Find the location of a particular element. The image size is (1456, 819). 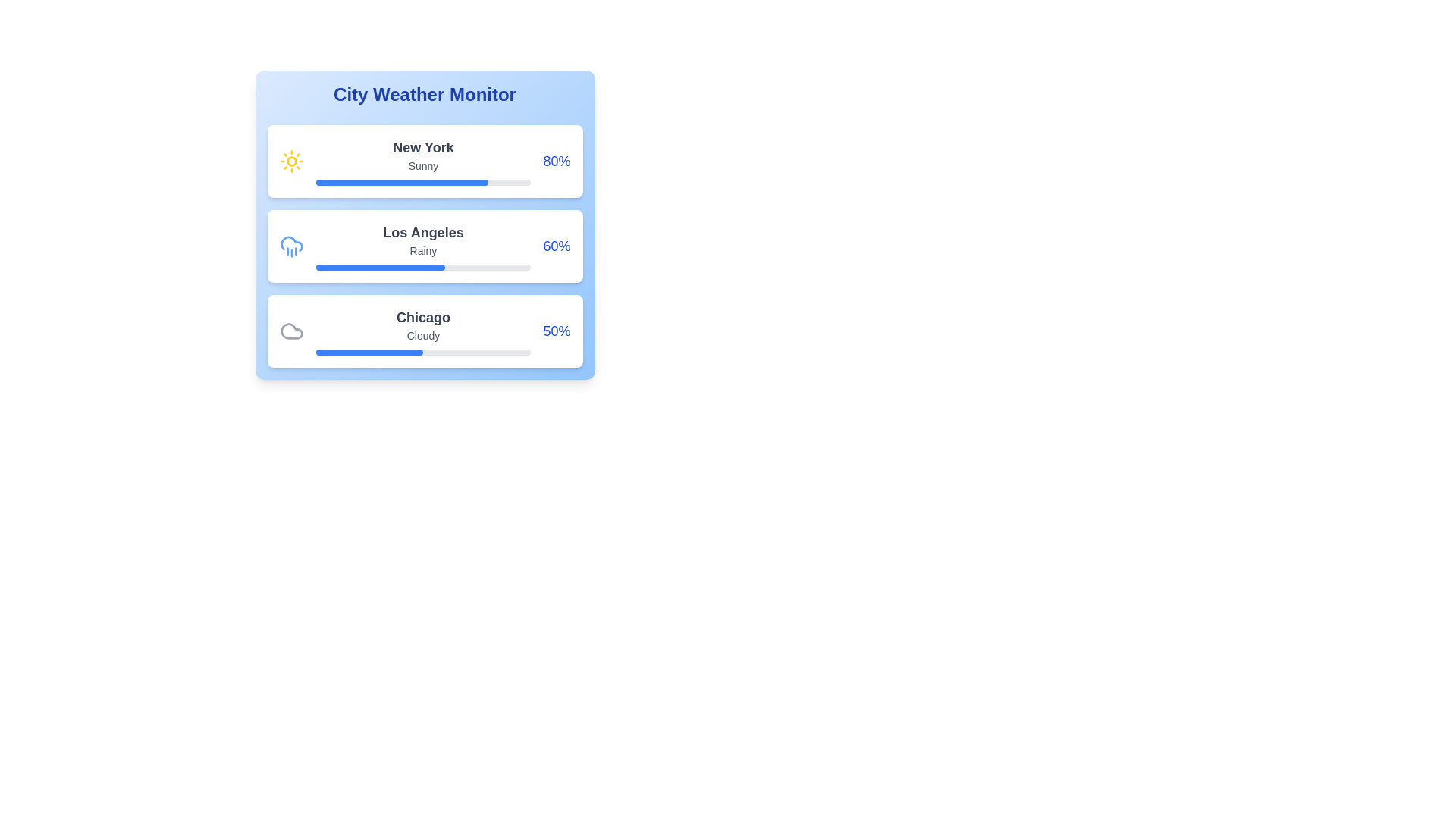

the static text label displaying '50%' in the bottom-right corner of the 'Chicago' weather section, which indicates the progress of the weather progress bar is located at coordinates (556, 330).